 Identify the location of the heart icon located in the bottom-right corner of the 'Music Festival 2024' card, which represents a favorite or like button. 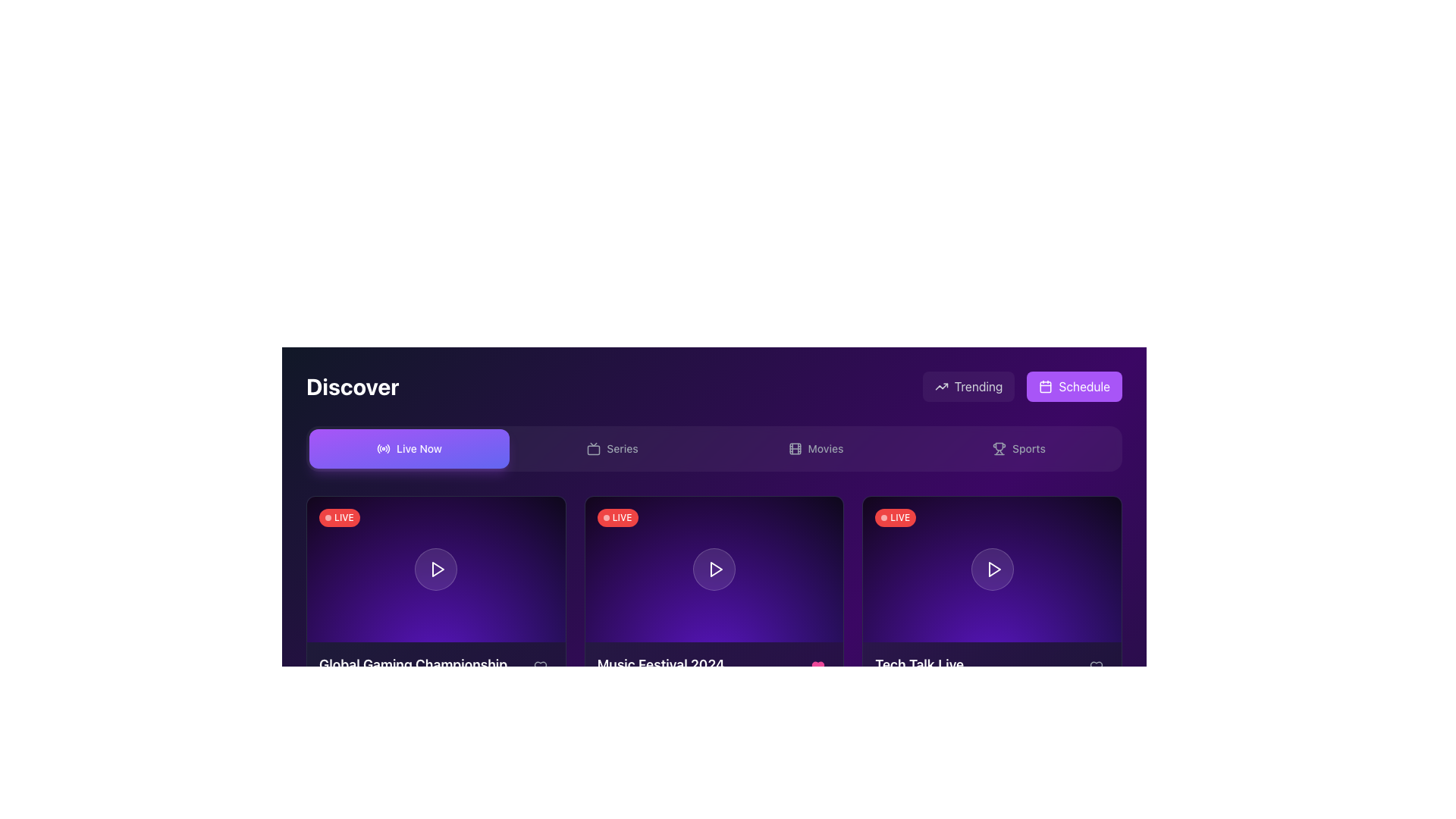
(540, 666).